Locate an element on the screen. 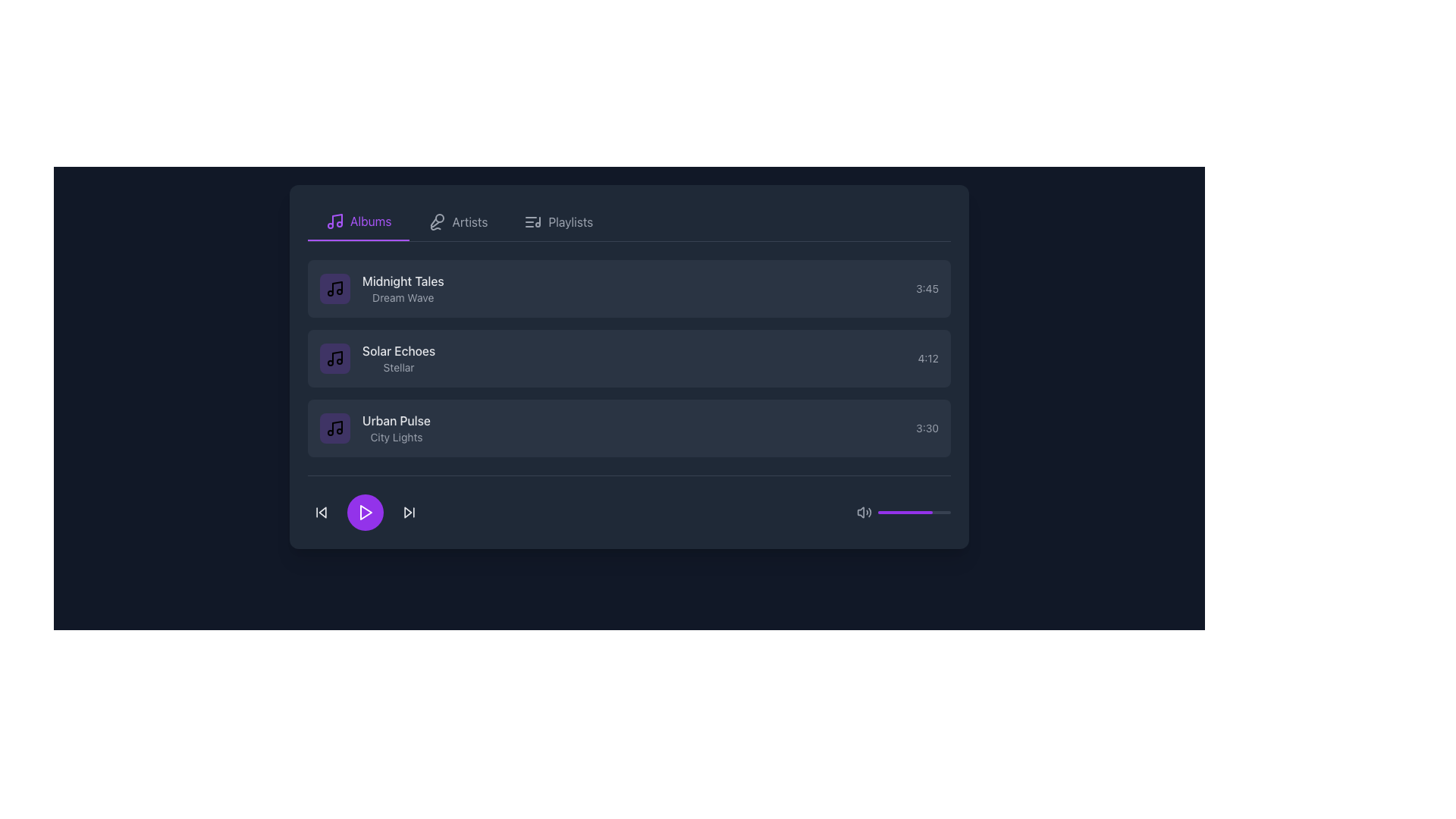 The width and height of the screenshot is (1456, 819). the list item in the media player interface that displays details about a media item, specifically the second item among three in the grouped list is located at coordinates (629, 359).